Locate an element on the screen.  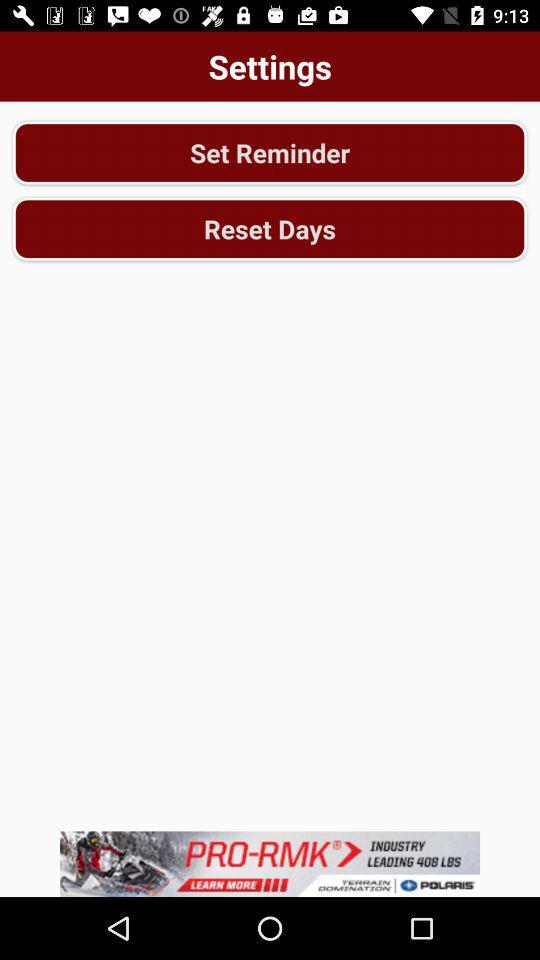
advertisement page is located at coordinates (270, 863).